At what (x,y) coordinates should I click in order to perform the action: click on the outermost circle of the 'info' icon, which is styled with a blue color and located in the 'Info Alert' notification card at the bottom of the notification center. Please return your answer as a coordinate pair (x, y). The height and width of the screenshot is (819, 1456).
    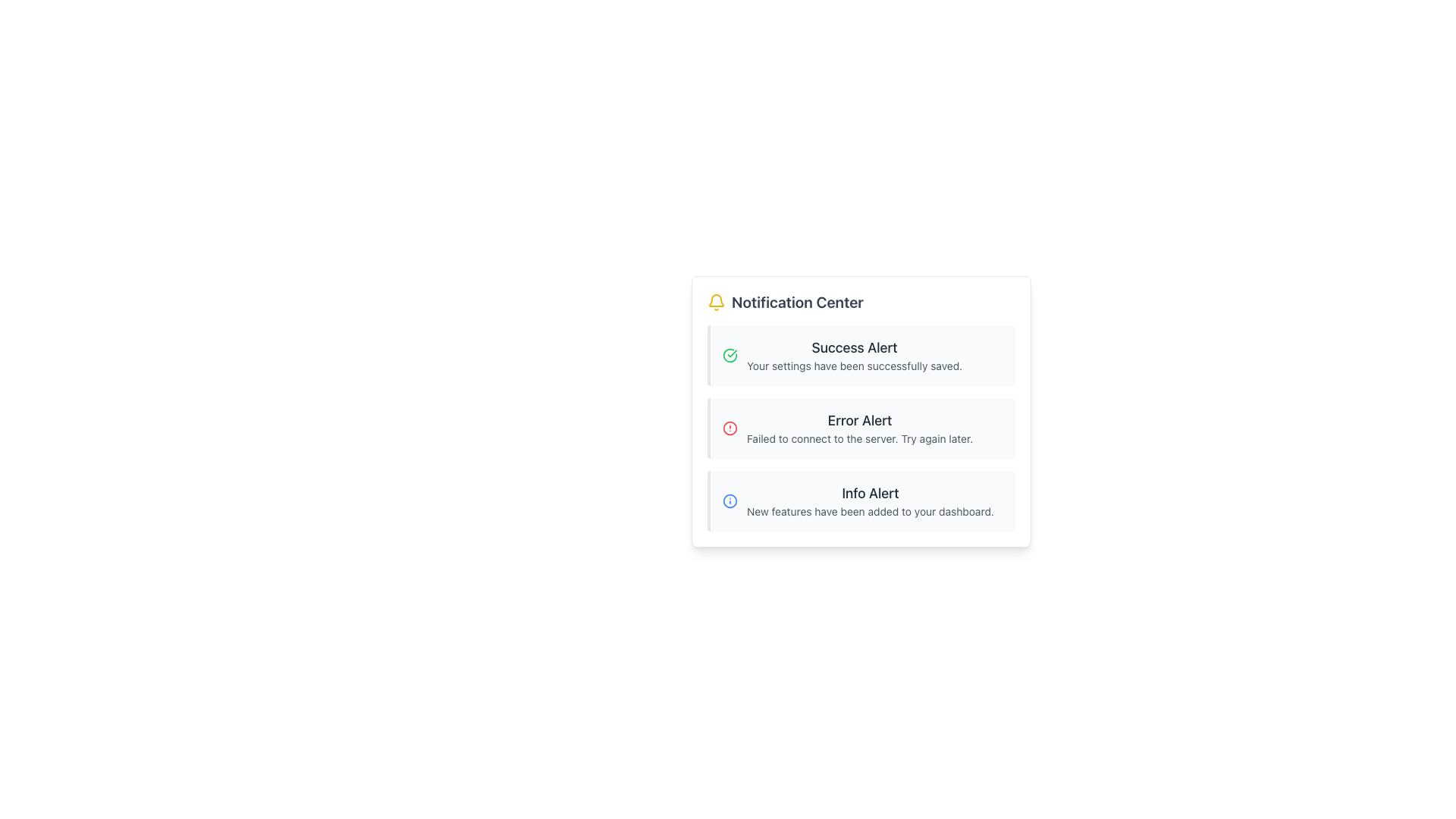
    Looking at the image, I should click on (730, 500).